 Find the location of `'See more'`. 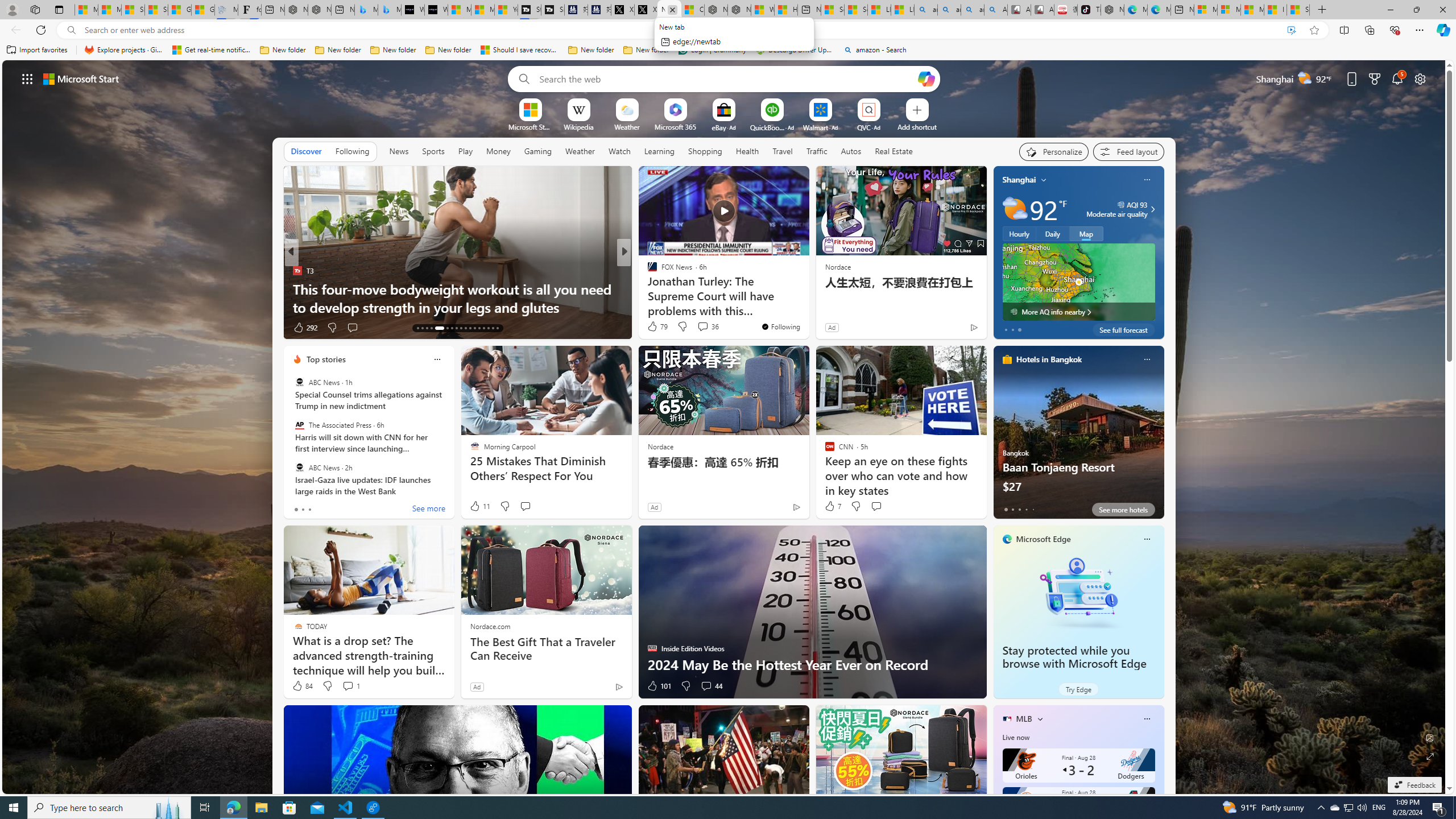

'See more' is located at coordinates (428, 510).